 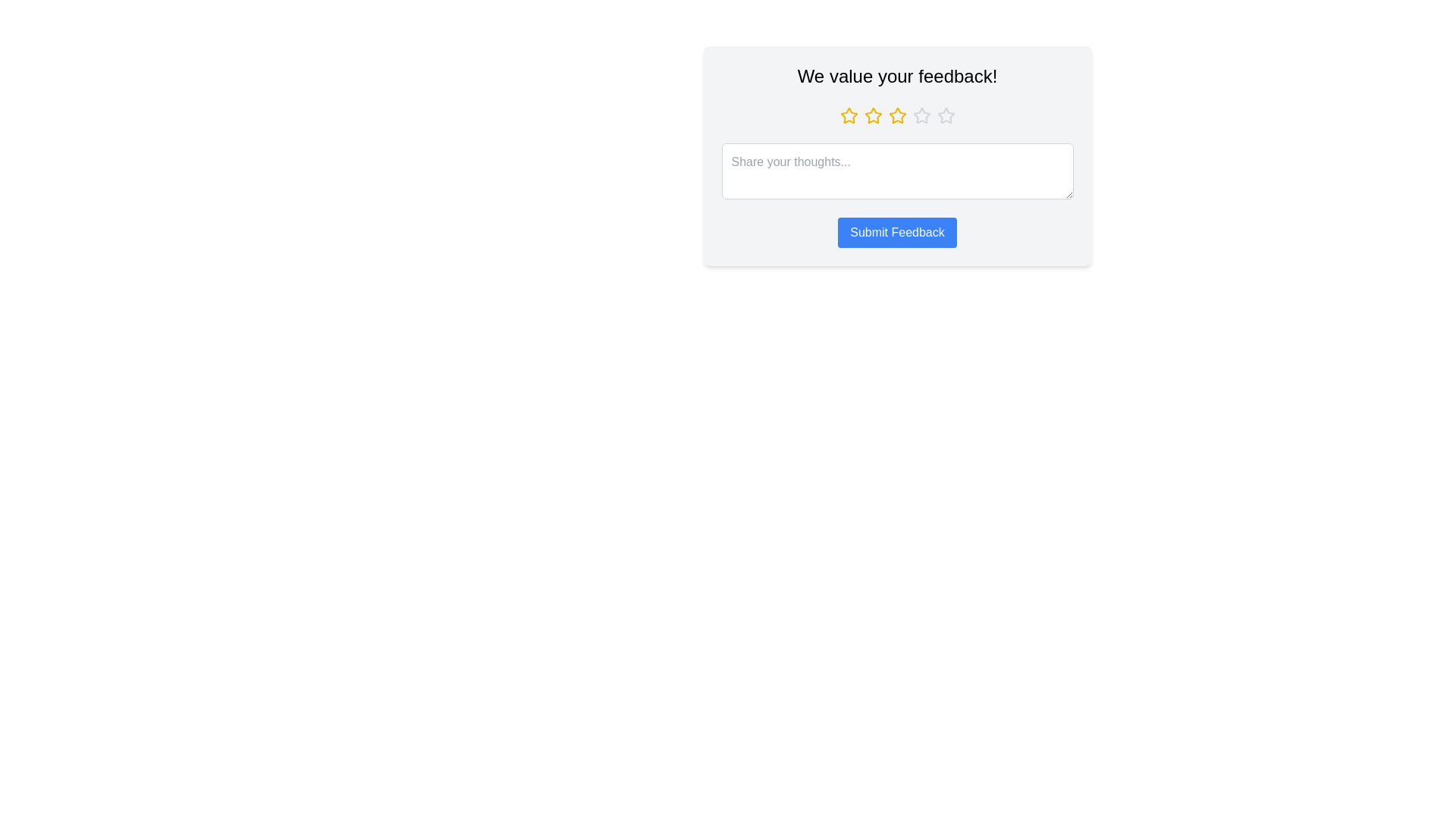 I want to click on the first yellow star icon in the rating system, so click(x=848, y=115).